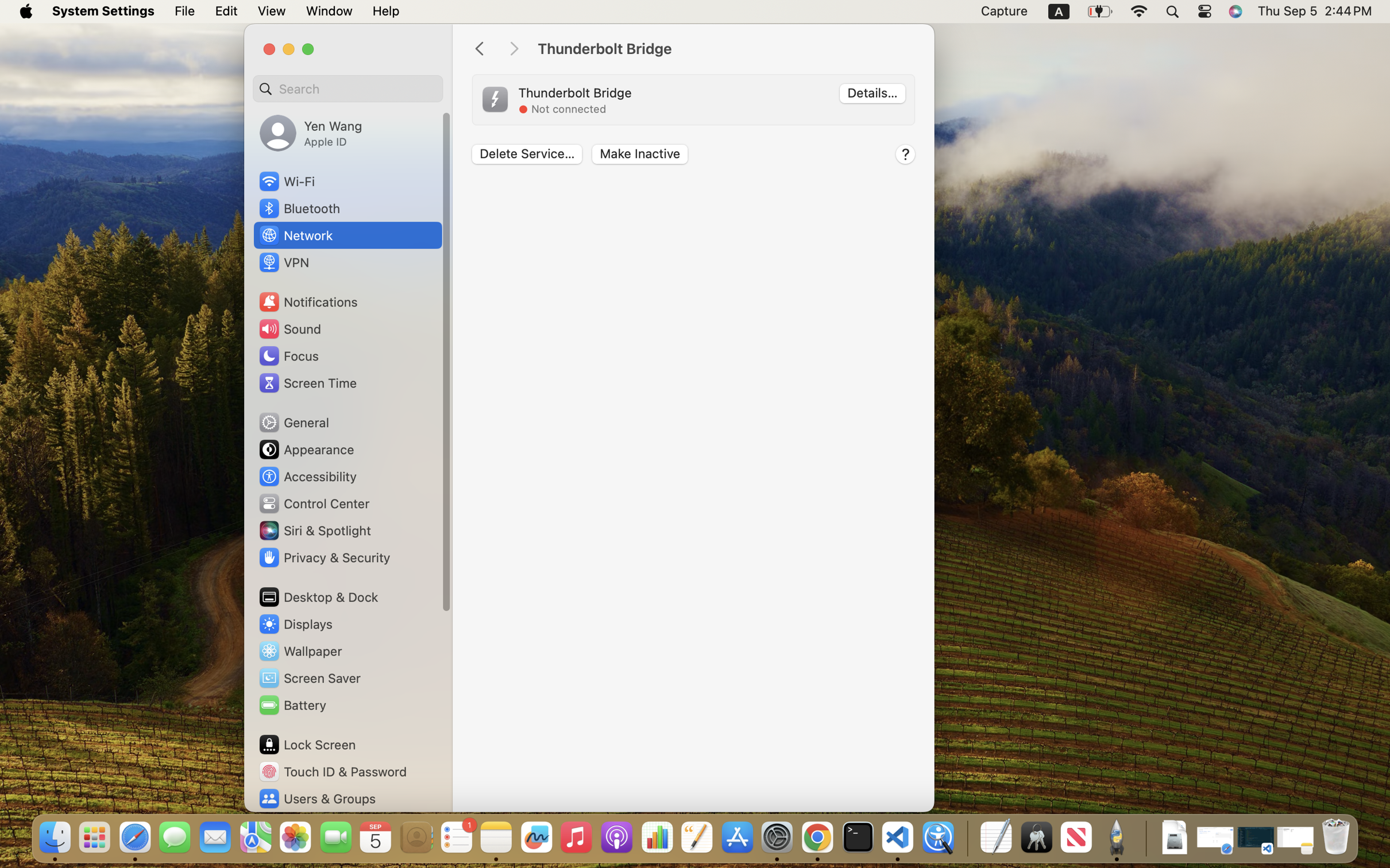 Image resolution: width=1390 pixels, height=868 pixels. Describe the element at coordinates (285, 181) in the screenshot. I see `'Wi‑Fi'` at that location.